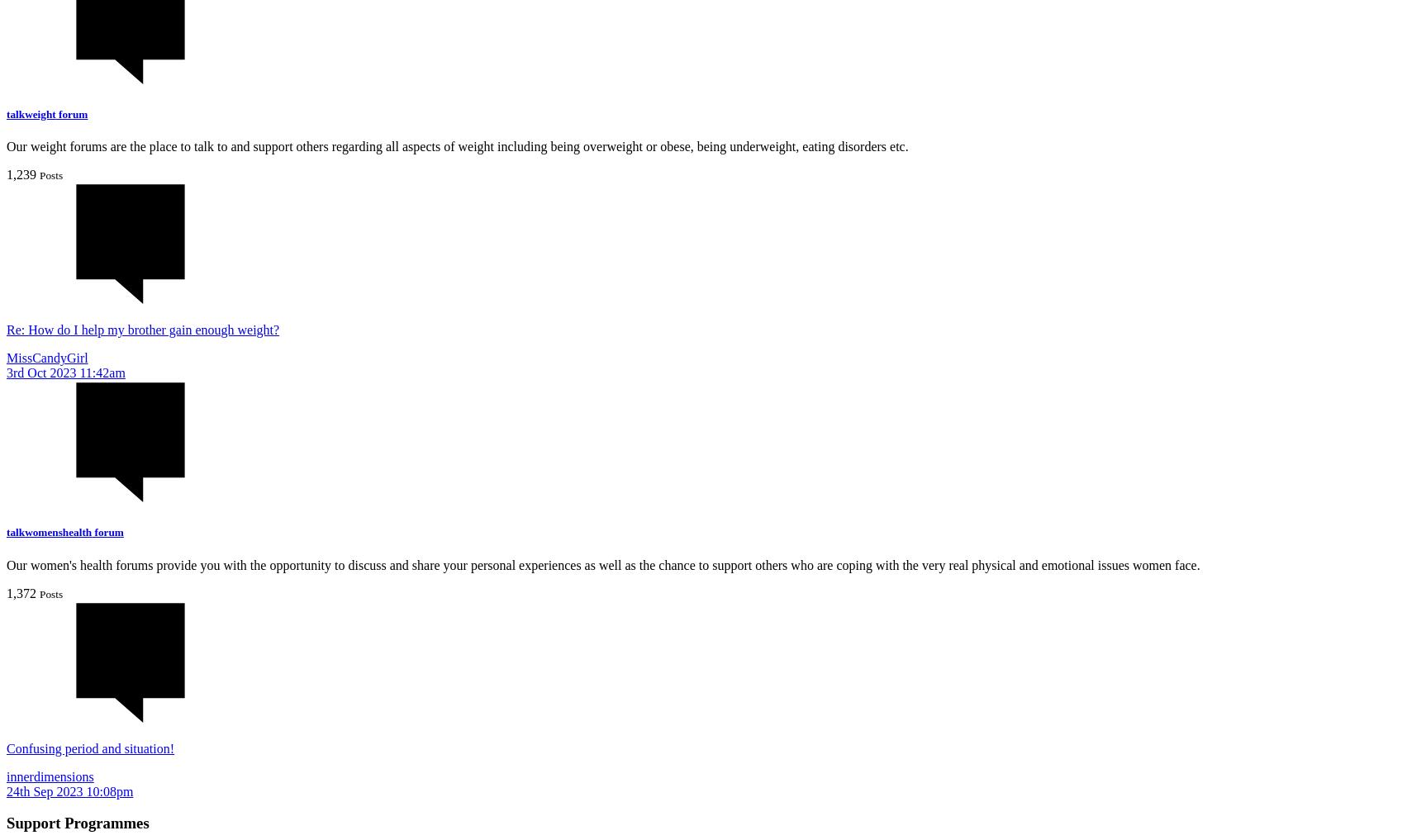 This screenshot has height=840, width=1426. I want to click on 'Our weight forums are the place to talk to and support others regarding all aspects of weight including being overweight or obese, being underweight, eating disorders etc.', so click(457, 146).